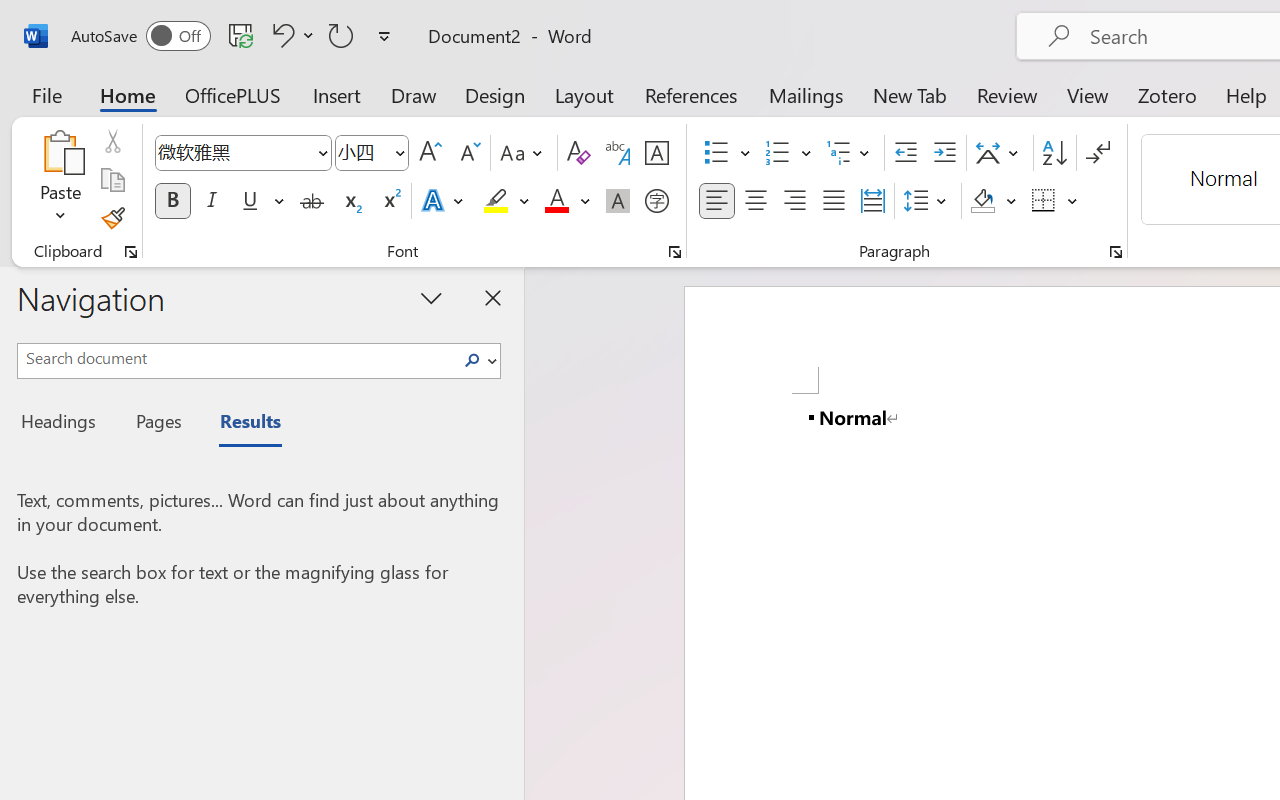  What do you see at coordinates (311, 201) in the screenshot?
I see `'Strikethrough'` at bounding box center [311, 201].